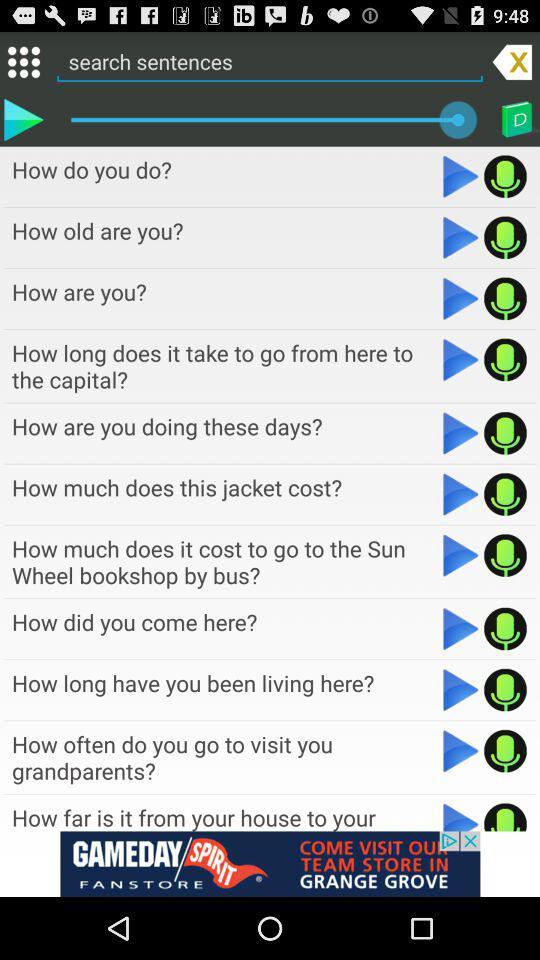 Image resolution: width=540 pixels, height=960 pixels. I want to click on play, so click(461, 359).